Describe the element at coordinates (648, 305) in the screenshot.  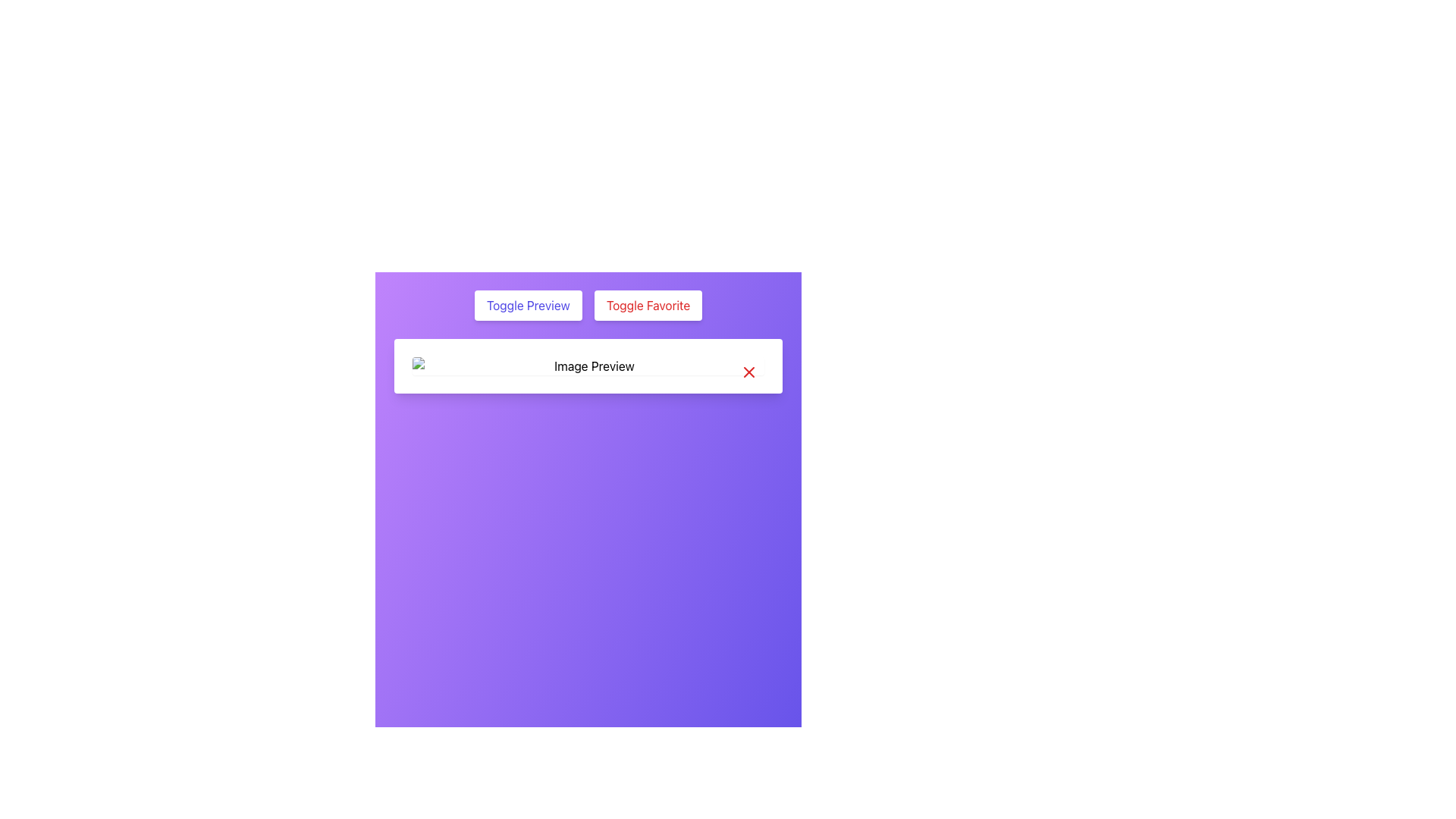
I see `the toggle button located to the right of the 'Toggle Preview' button to change the favorite status of the associated item` at that location.